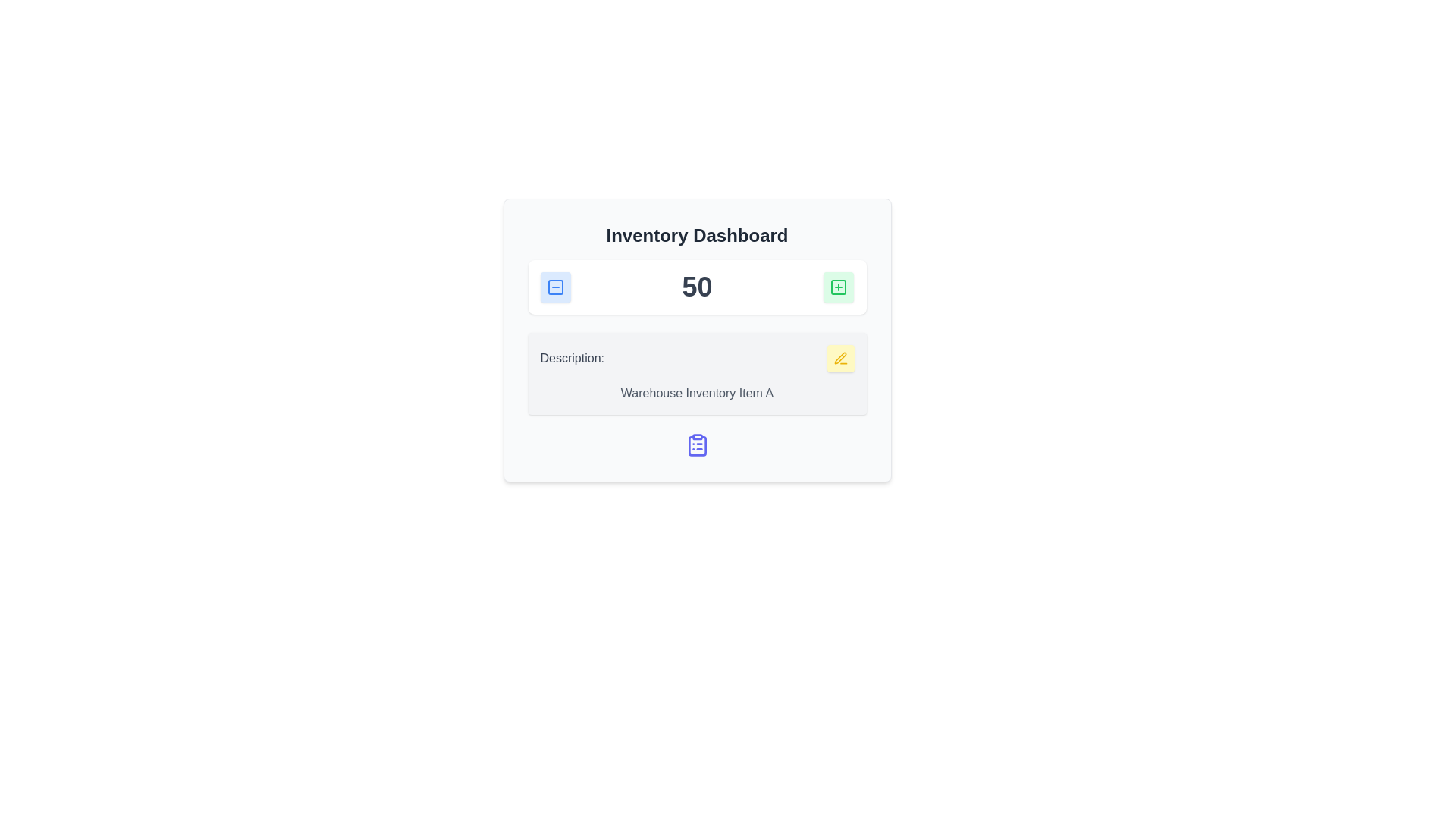 This screenshot has height=819, width=1456. I want to click on the inner square of the 'add' icon, which is a Decorative SVG element located, so click(838, 287).